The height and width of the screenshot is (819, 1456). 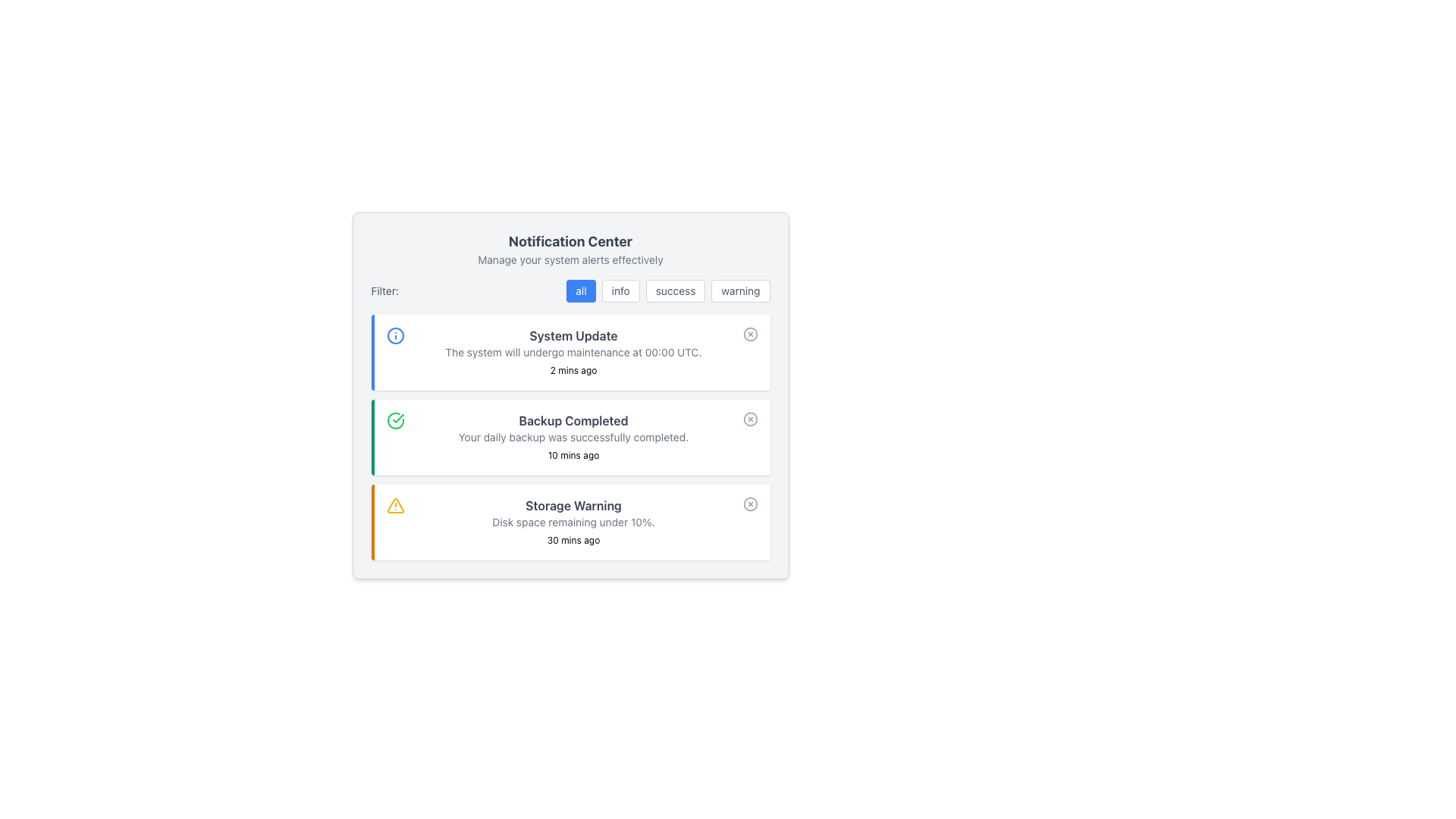 What do you see at coordinates (573, 438) in the screenshot?
I see `the notification element indicating a successful backup completion, which contains the text 'Backup Completed', 'Your daily backup was successfully completed.', and '10 mins ago' within a white box with a green left border` at bounding box center [573, 438].